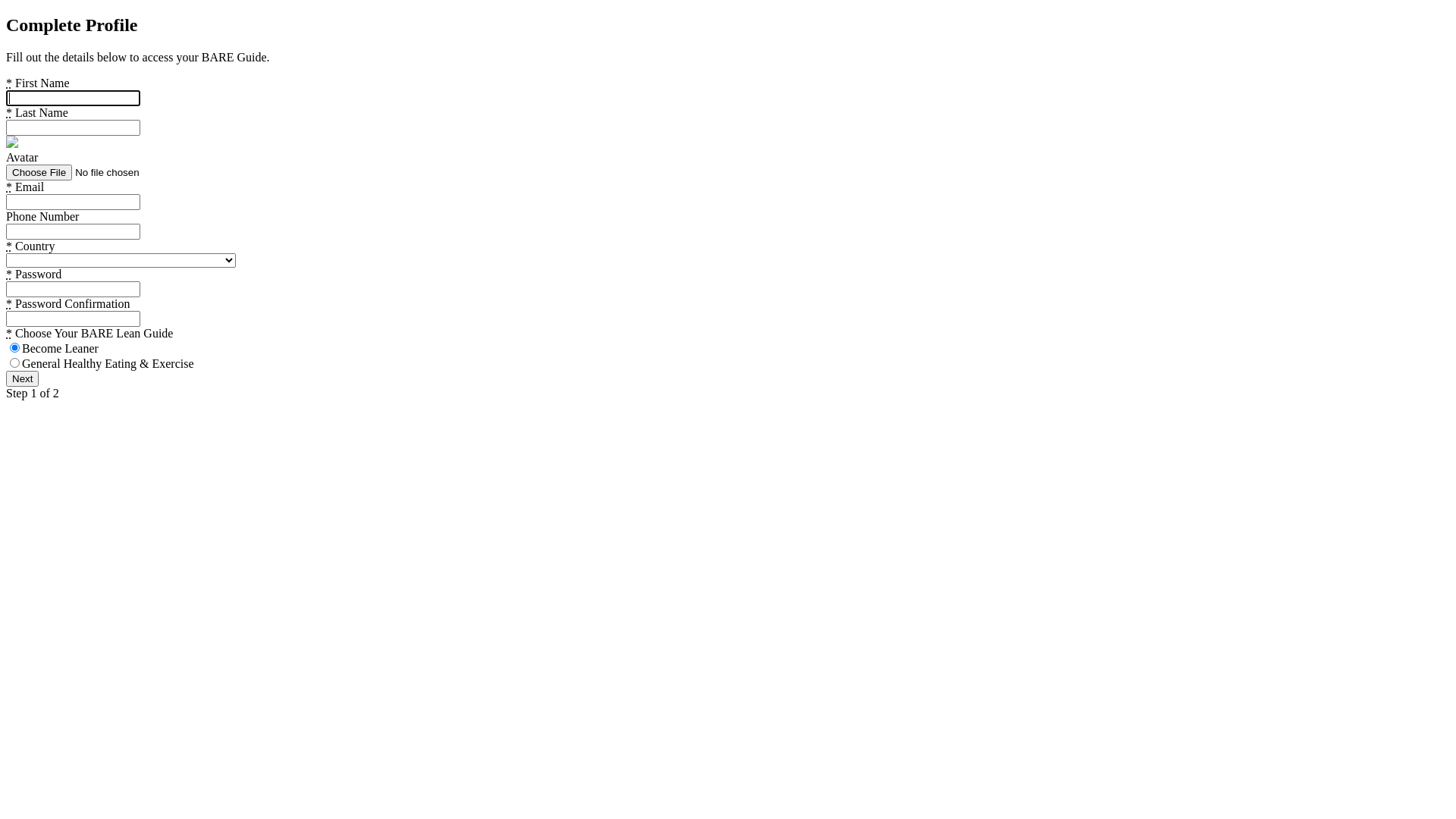 The image size is (1456, 819). I want to click on 'Next', so click(22, 378).